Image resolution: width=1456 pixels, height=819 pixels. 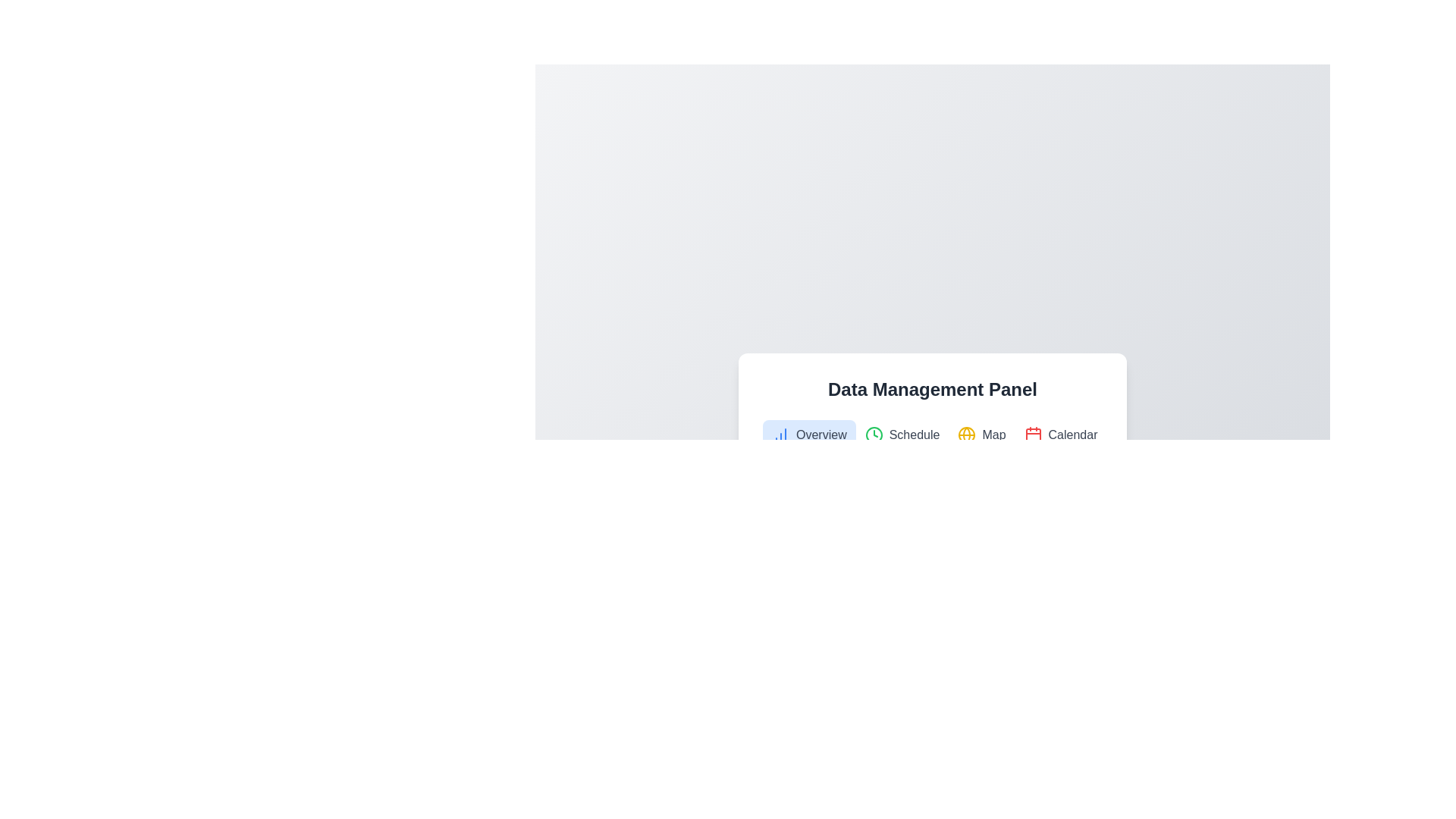 I want to click on the navigation button for the 'Map' page located in the horizontal navigation bar beneath 'Data Management Panel', so click(x=982, y=435).